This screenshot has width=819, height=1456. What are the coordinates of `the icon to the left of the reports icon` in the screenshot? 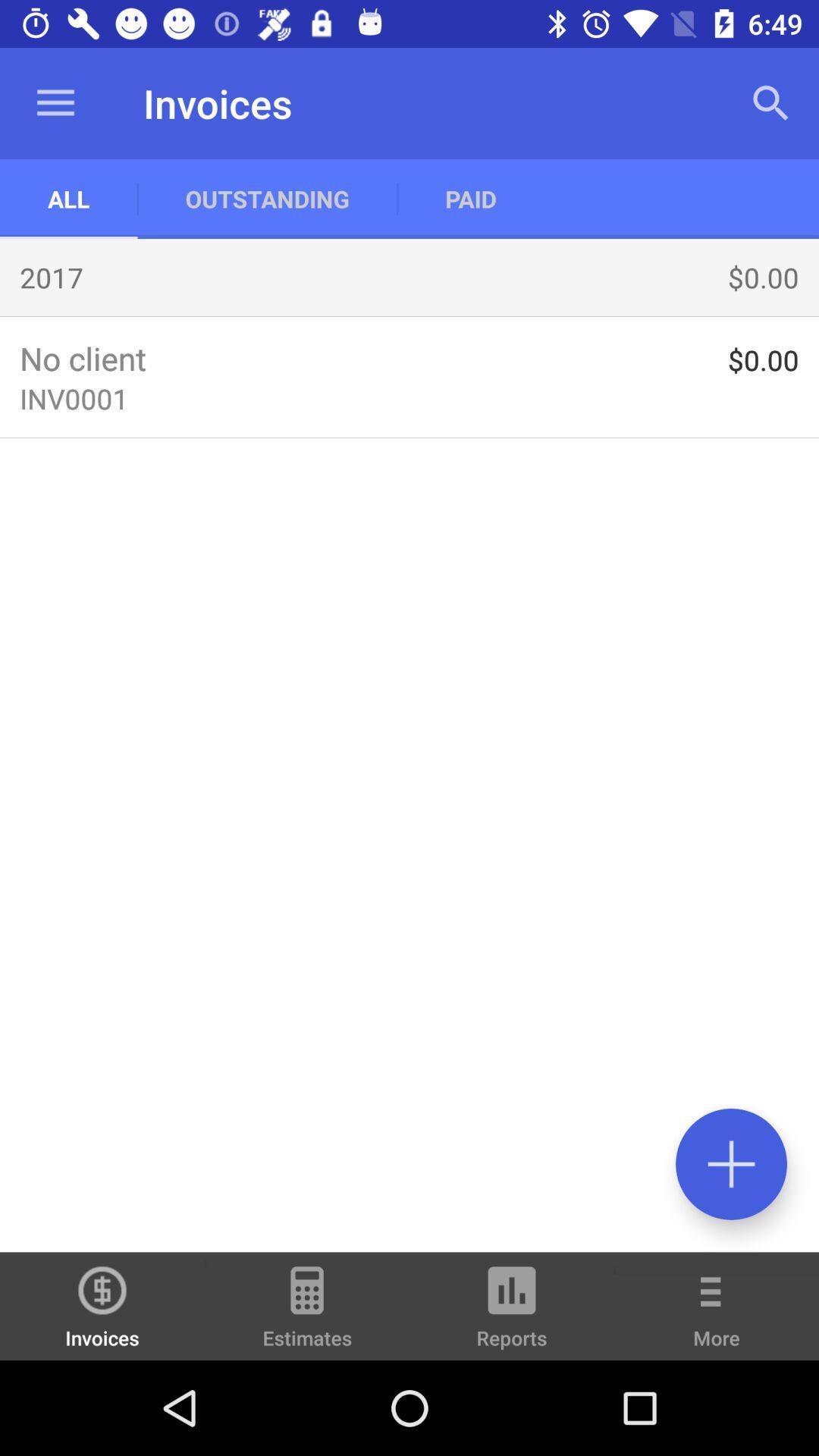 It's located at (307, 1313).